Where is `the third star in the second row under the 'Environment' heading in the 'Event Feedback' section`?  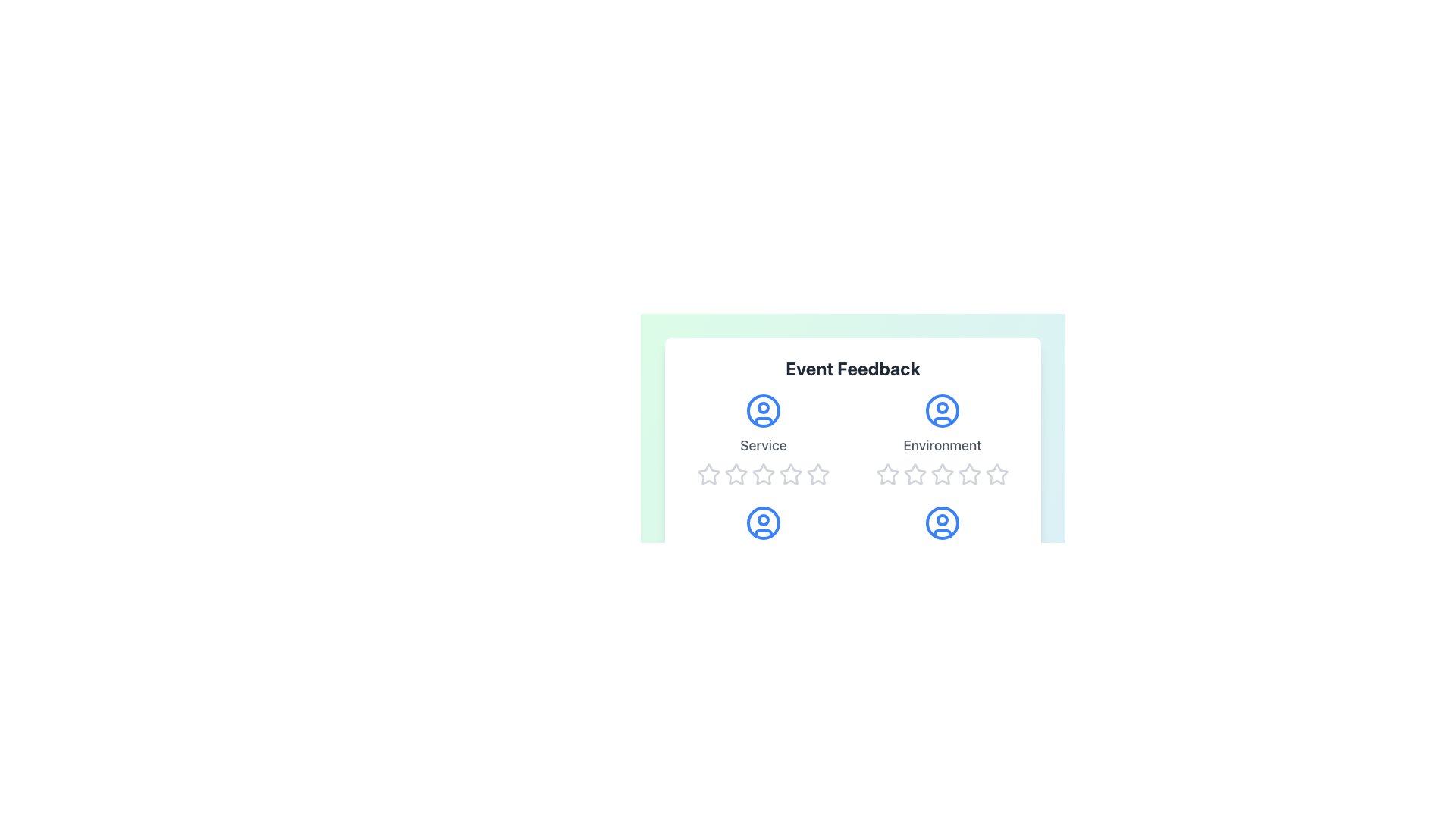 the third star in the second row under the 'Environment' heading in the 'Event Feedback' section is located at coordinates (942, 473).